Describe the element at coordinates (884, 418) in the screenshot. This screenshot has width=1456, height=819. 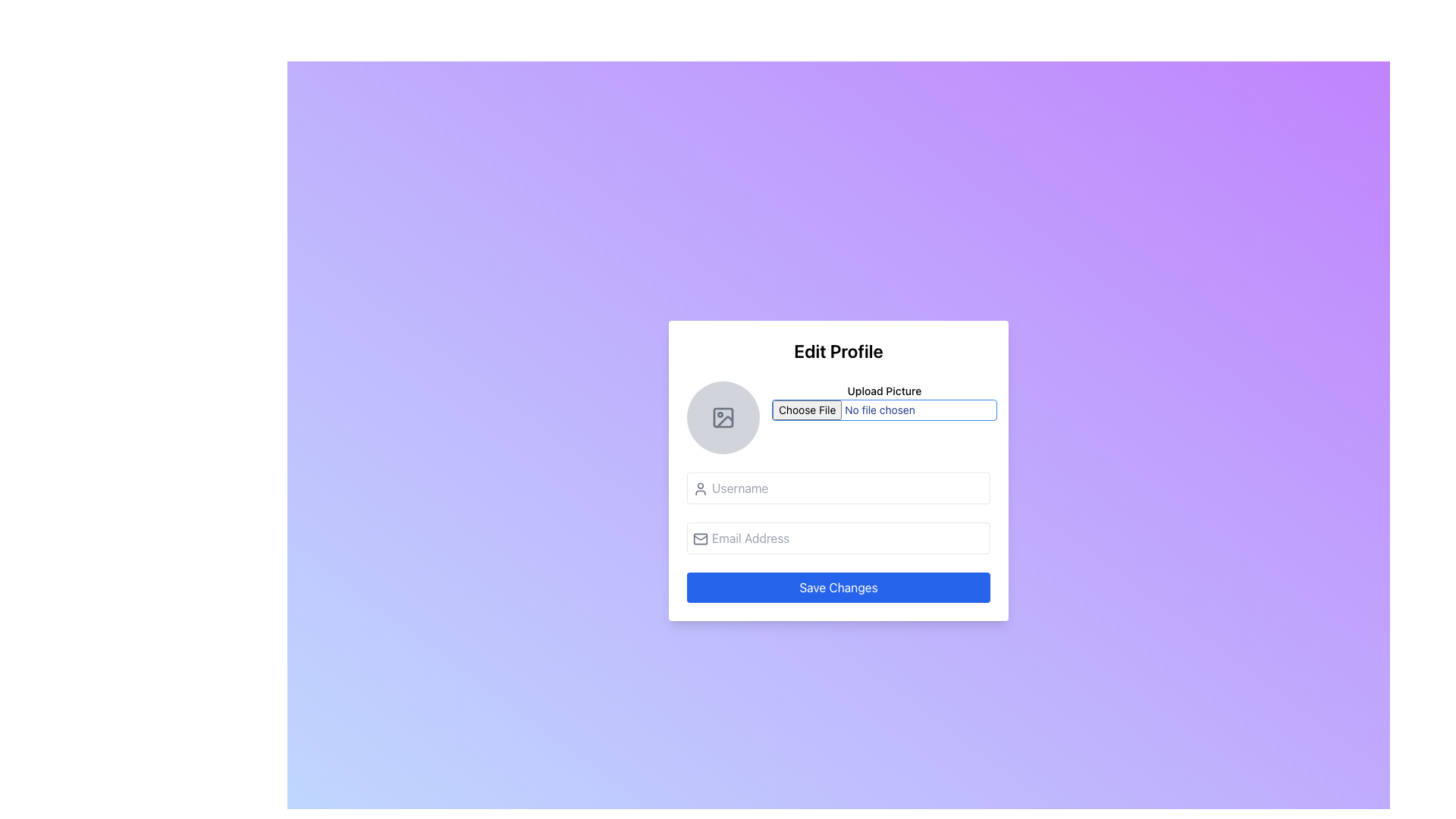
I see `and drop a file onto the File input field located centrally in the 'Edit Profile' modal, positioned above the username input field and below the profile picture icon placeholder` at that location.